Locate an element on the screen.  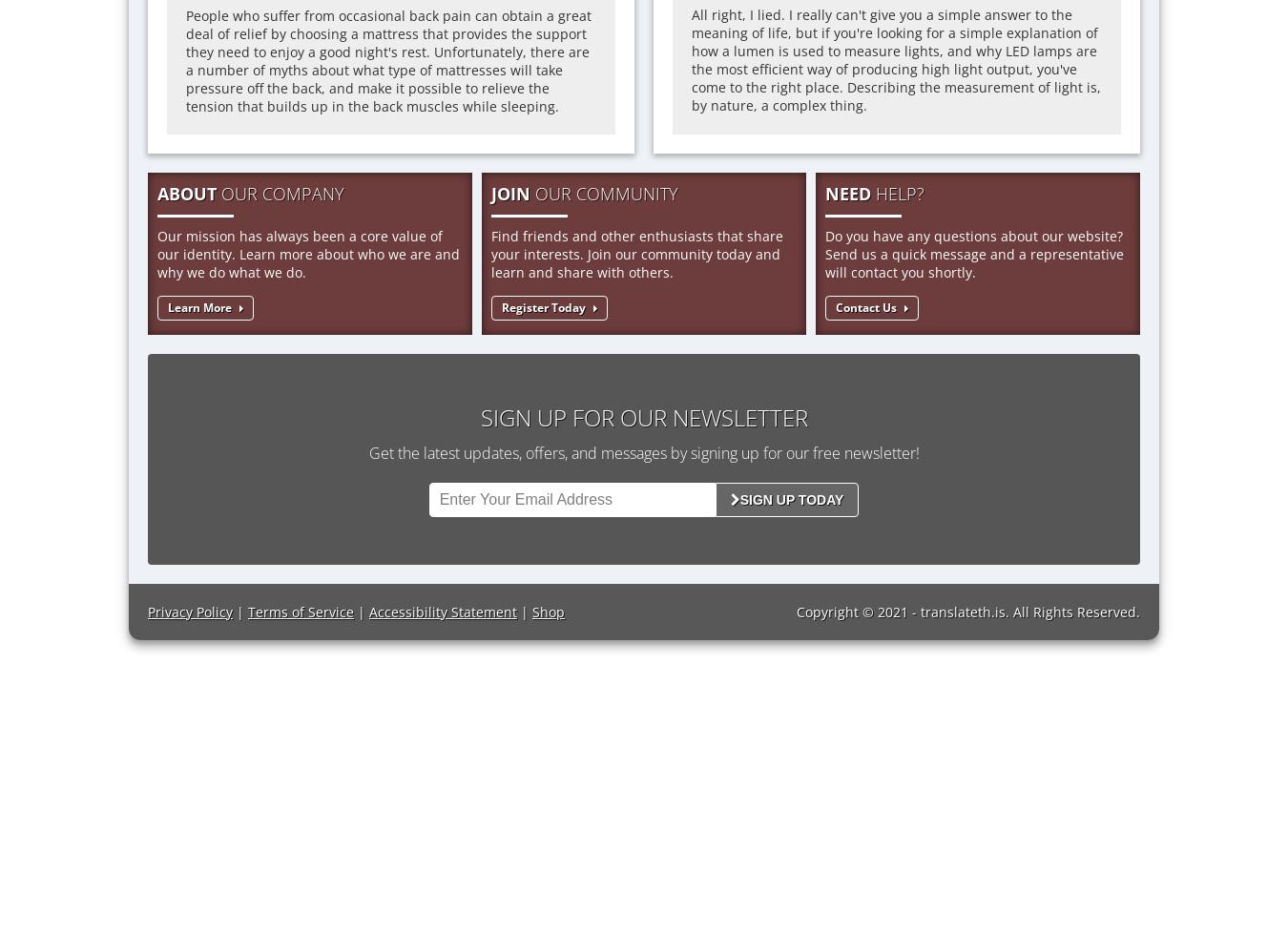
'Terms of Service' is located at coordinates (247, 611).